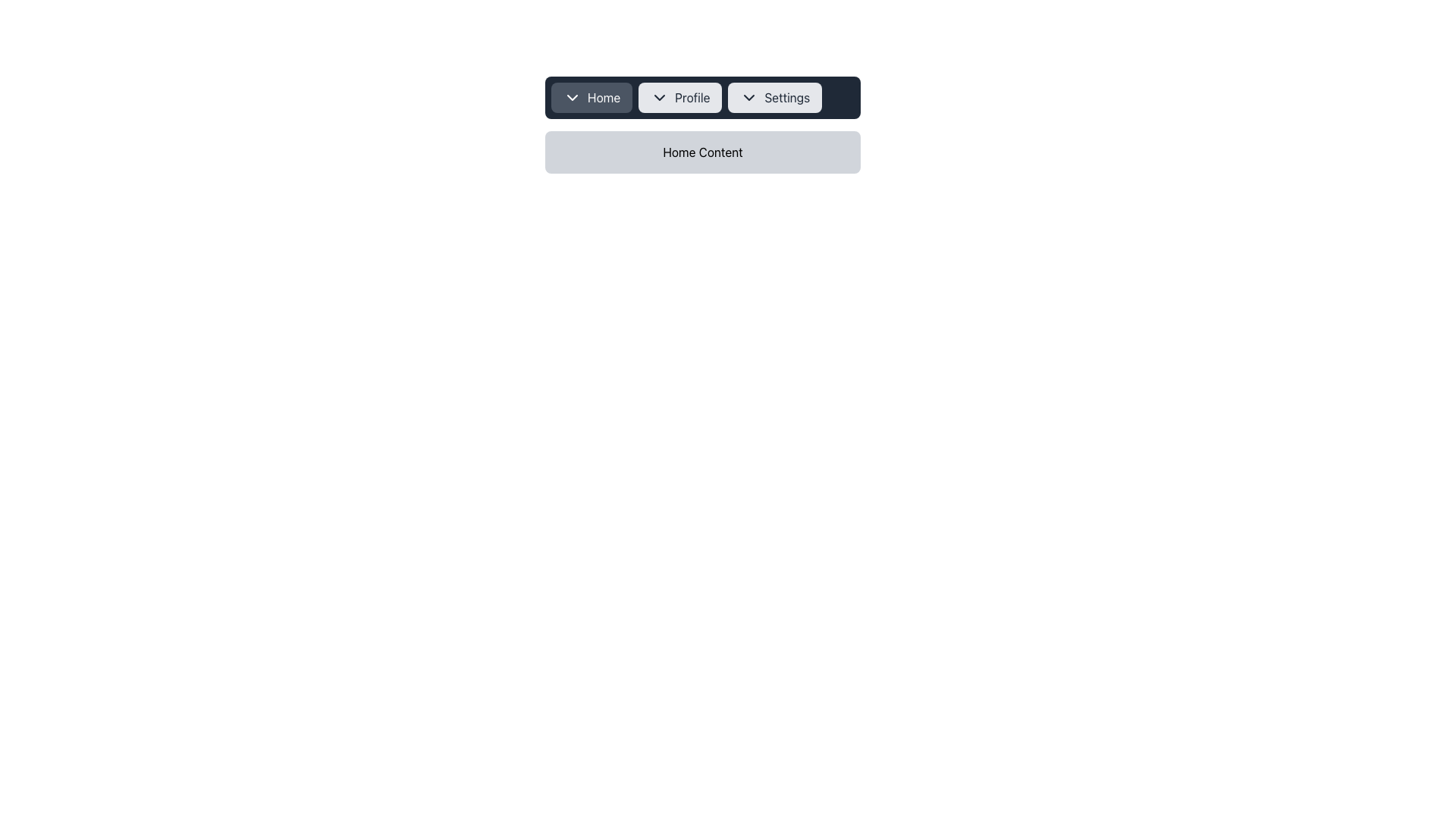 The height and width of the screenshot is (819, 1456). Describe the element at coordinates (749, 97) in the screenshot. I see `the Dropdown Icon next to the 'Settings' label` at that location.